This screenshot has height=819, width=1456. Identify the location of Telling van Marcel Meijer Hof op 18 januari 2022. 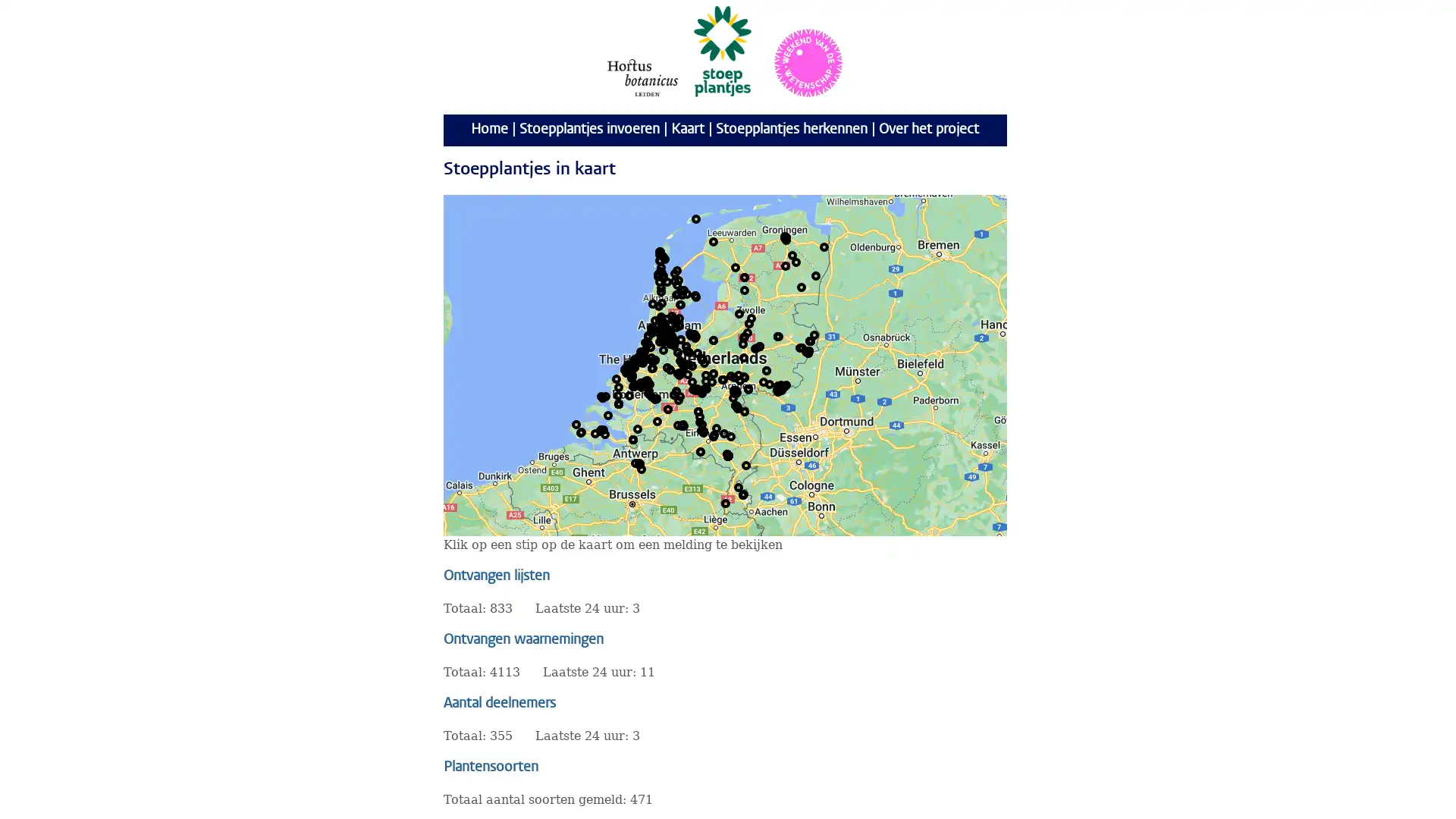
(807, 353).